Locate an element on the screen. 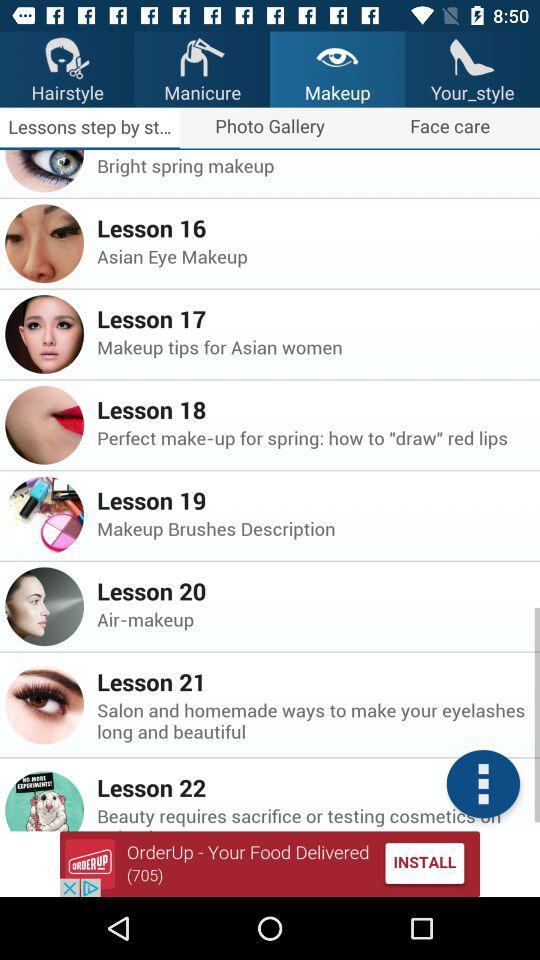 The height and width of the screenshot is (960, 540). the more icon is located at coordinates (482, 784).